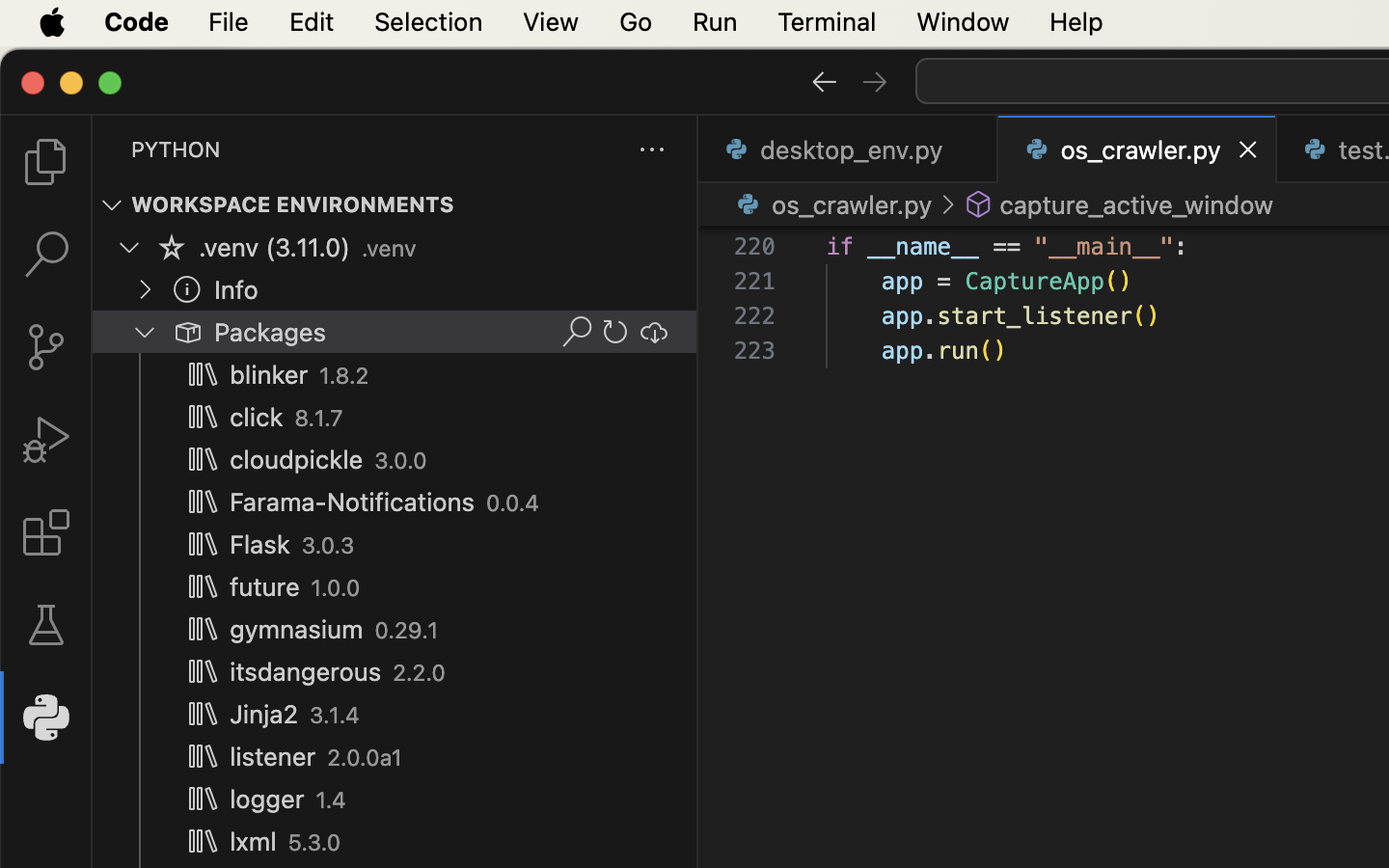 Image resolution: width=1389 pixels, height=868 pixels. Describe the element at coordinates (824, 79) in the screenshot. I see `''` at that location.